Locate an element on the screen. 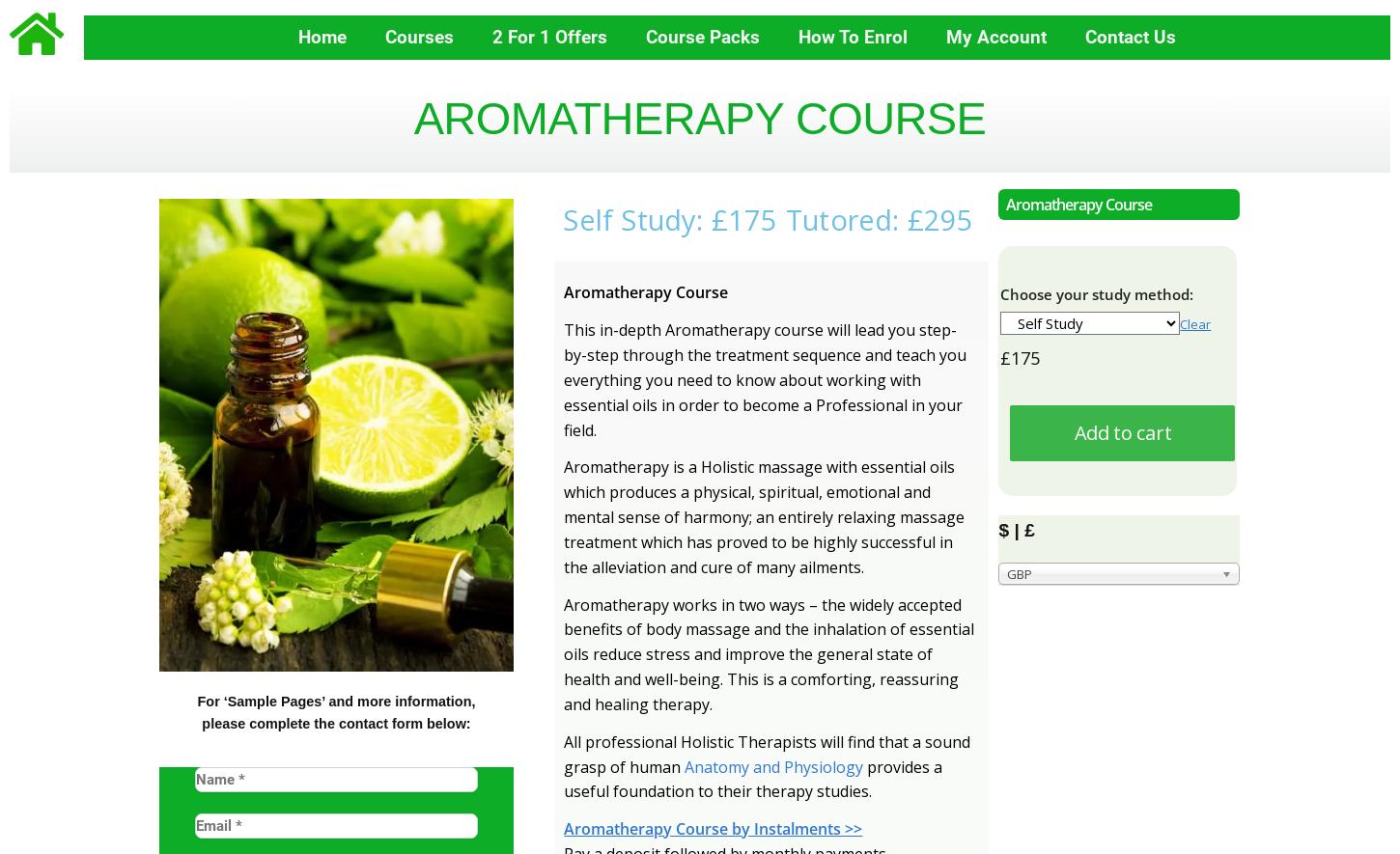  'Contact Us' is located at coordinates (1083, 36).